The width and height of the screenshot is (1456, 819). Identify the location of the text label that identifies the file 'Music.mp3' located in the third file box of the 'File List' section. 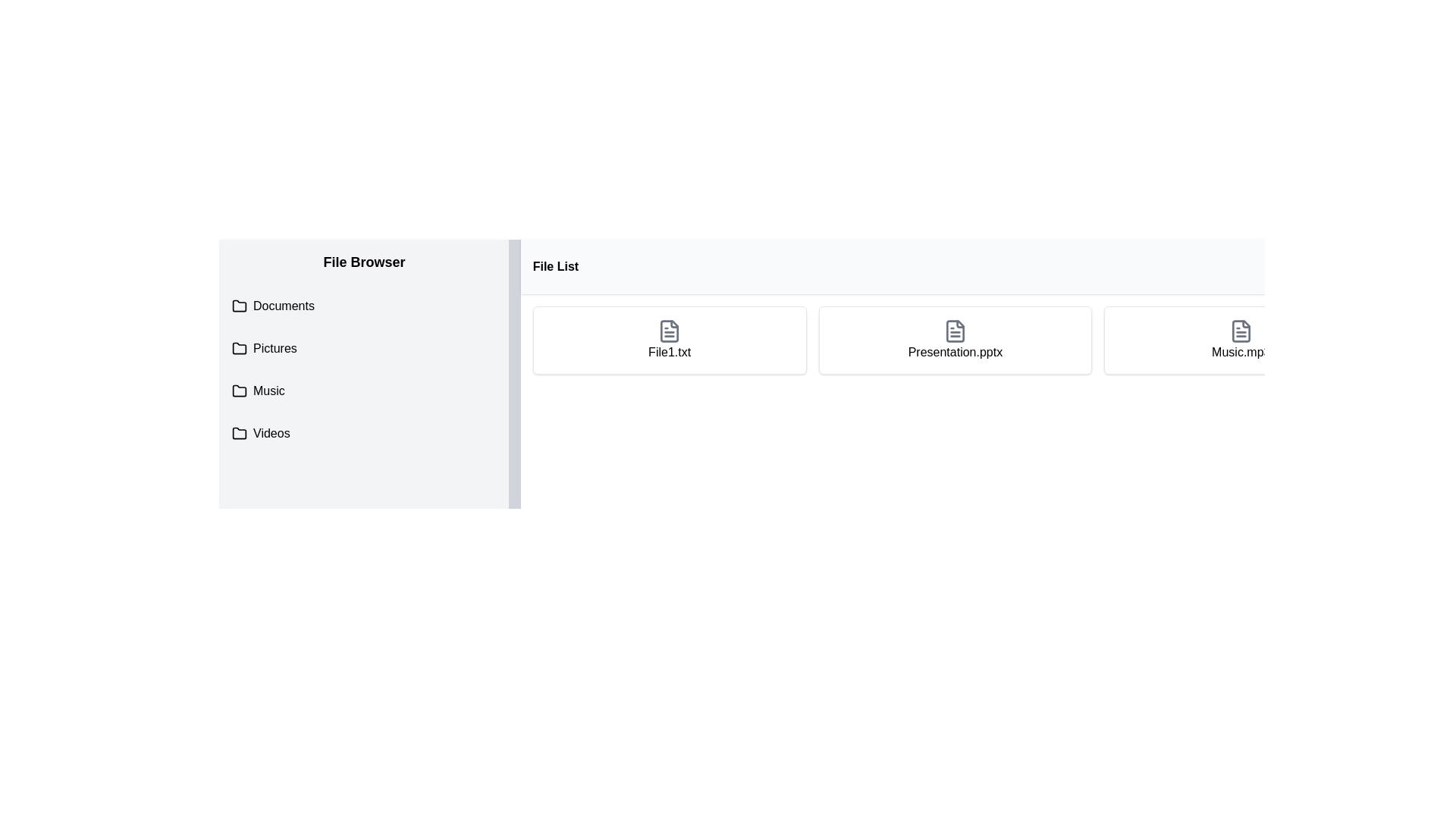
(1241, 353).